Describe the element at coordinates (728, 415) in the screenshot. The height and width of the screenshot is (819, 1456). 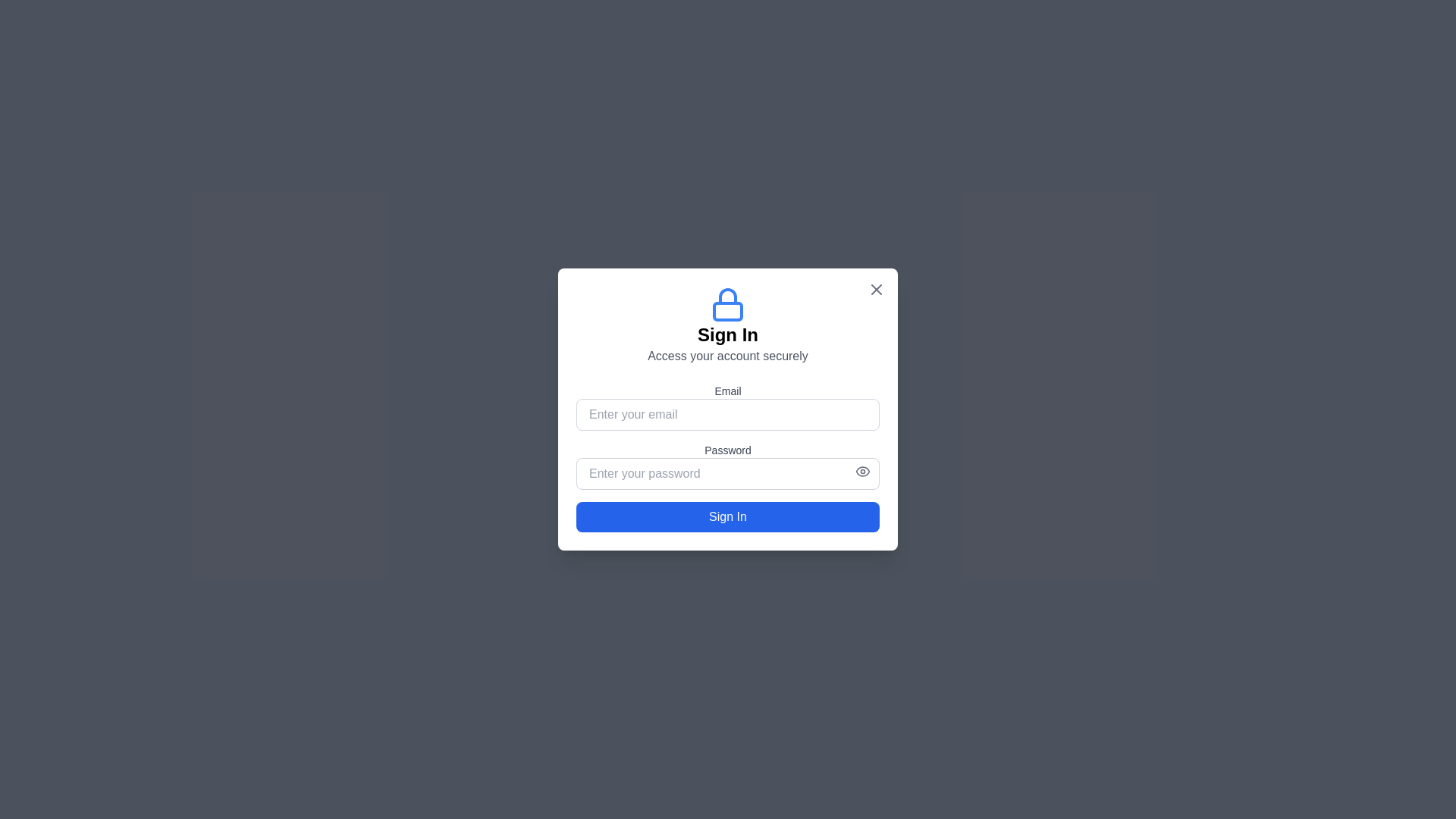
I see `the email input field and type 'user@example.com'` at that location.